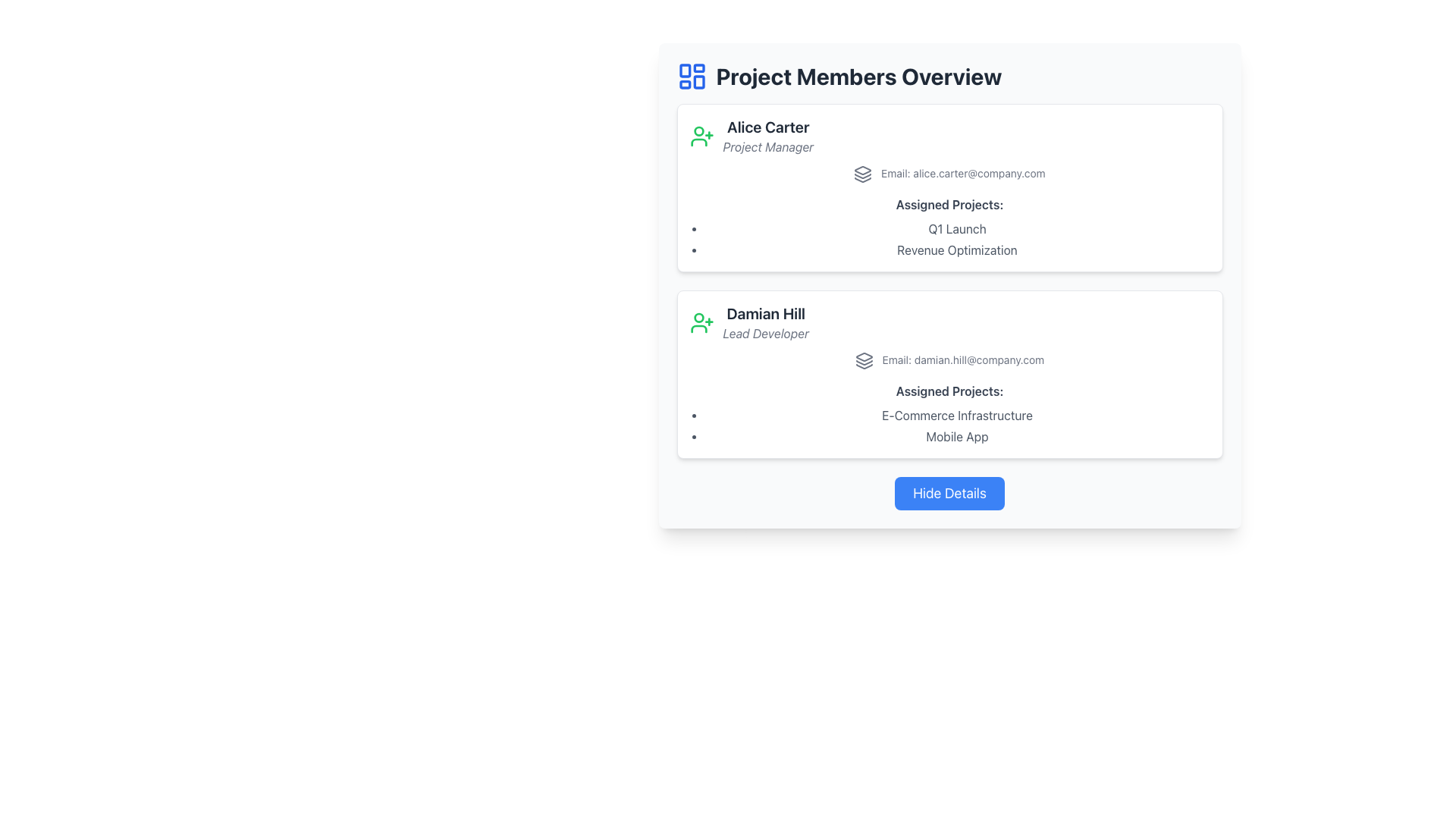 The width and height of the screenshot is (1456, 819). What do you see at coordinates (701, 322) in the screenshot?
I see `the green person icon with a plus sign located to the left of 'Damian Hill Lead Developer'` at bounding box center [701, 322].